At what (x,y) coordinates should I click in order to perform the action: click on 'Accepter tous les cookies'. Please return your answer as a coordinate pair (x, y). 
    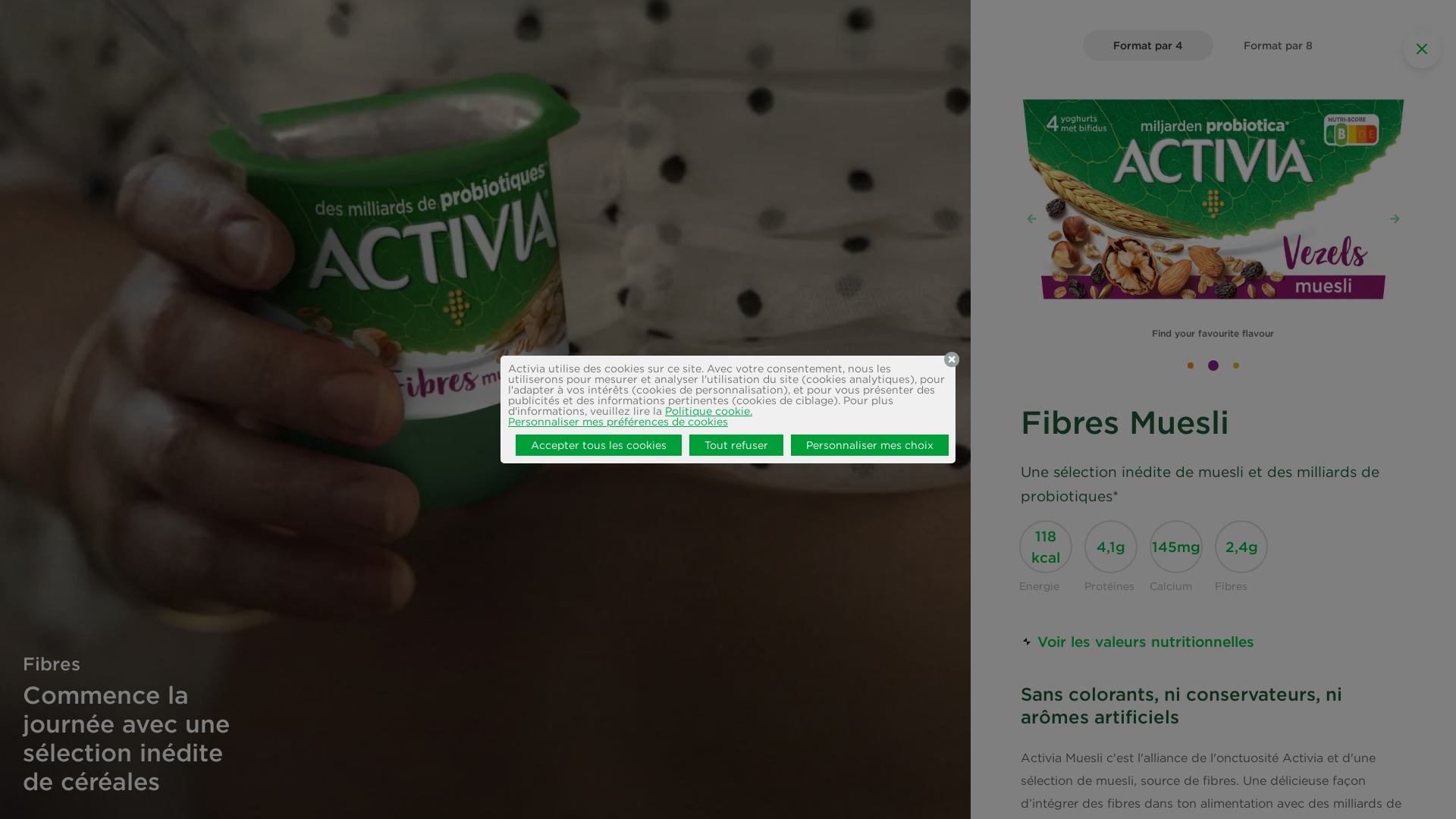
    Looking at the image, I should click on (598, 444).